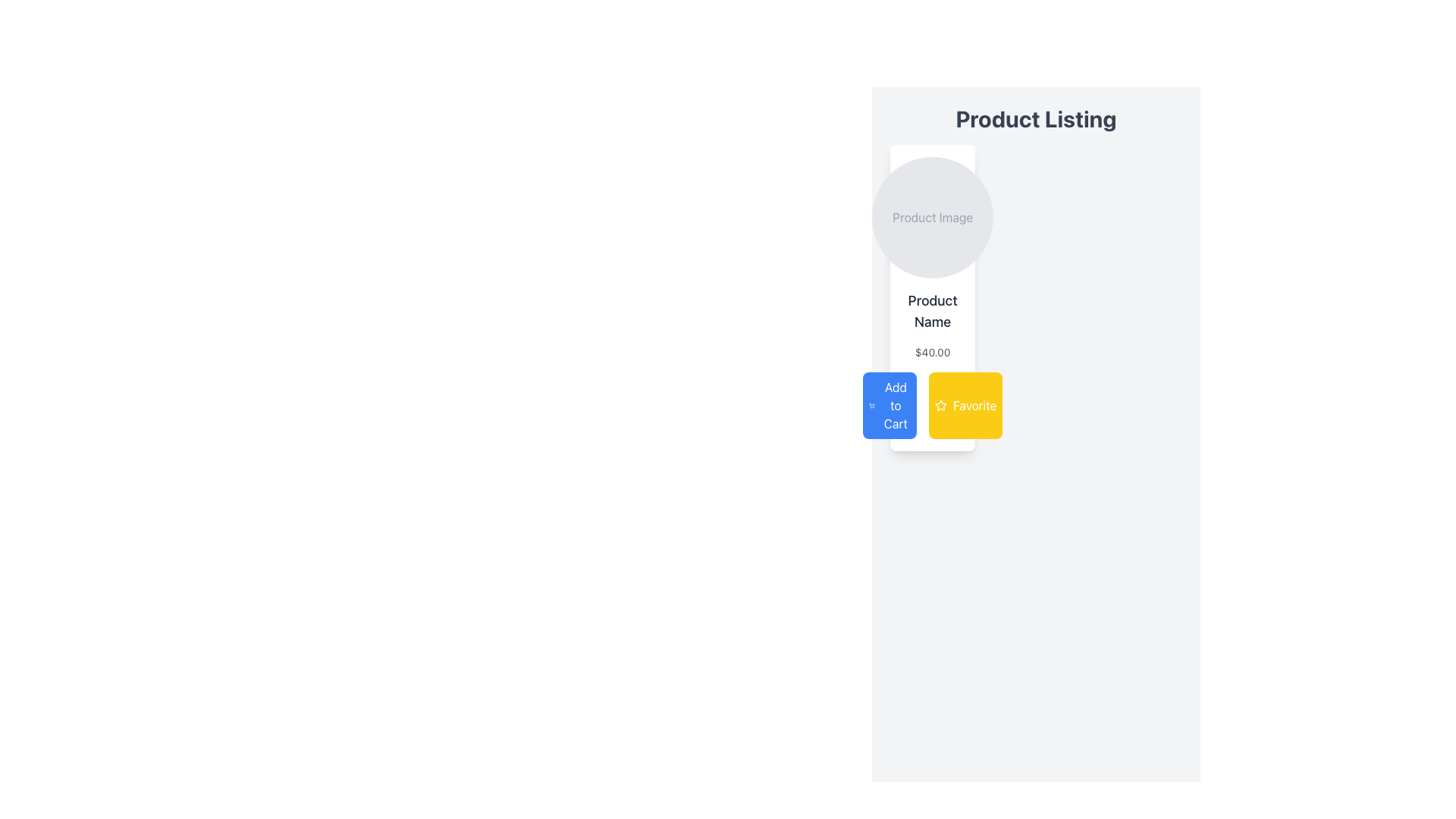  What do you see at coordinates (940, 405) in the screenshot?
I see `the star icon within the 'Favorite' button, which is located in the bottom-right area of the product card, next to the 'Add to Cart' button` at bounding box center [940, 405].